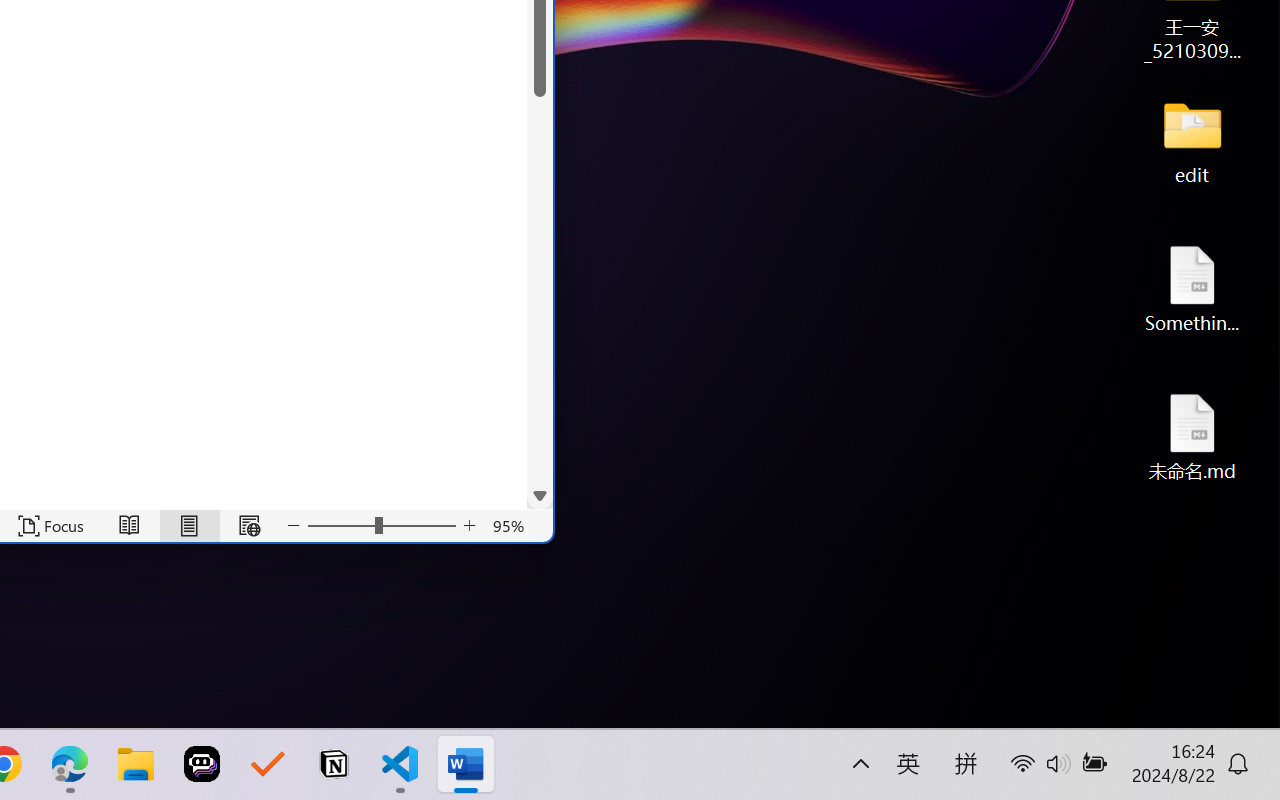  What do you see at coordinates (509, 525) in the screenshot?
I see `'Zoom 95%'` at bounding box center [509, 525].